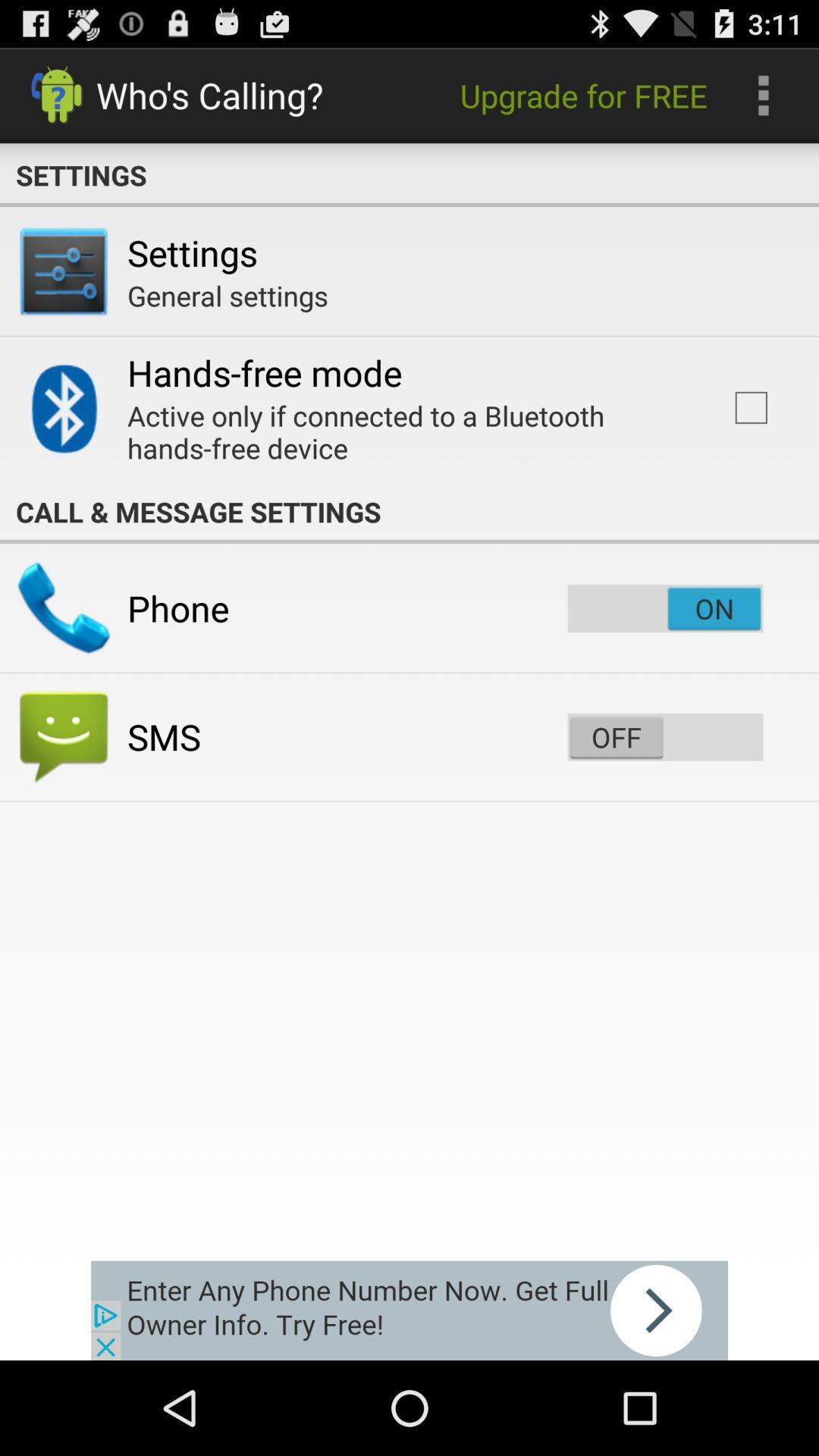 Image resolution: width=819 pixels, height=1456 pixels. What do you see at coordinates (664, 608) in the screenshot?
I see `phone permission` at bounding box center [664, 608].